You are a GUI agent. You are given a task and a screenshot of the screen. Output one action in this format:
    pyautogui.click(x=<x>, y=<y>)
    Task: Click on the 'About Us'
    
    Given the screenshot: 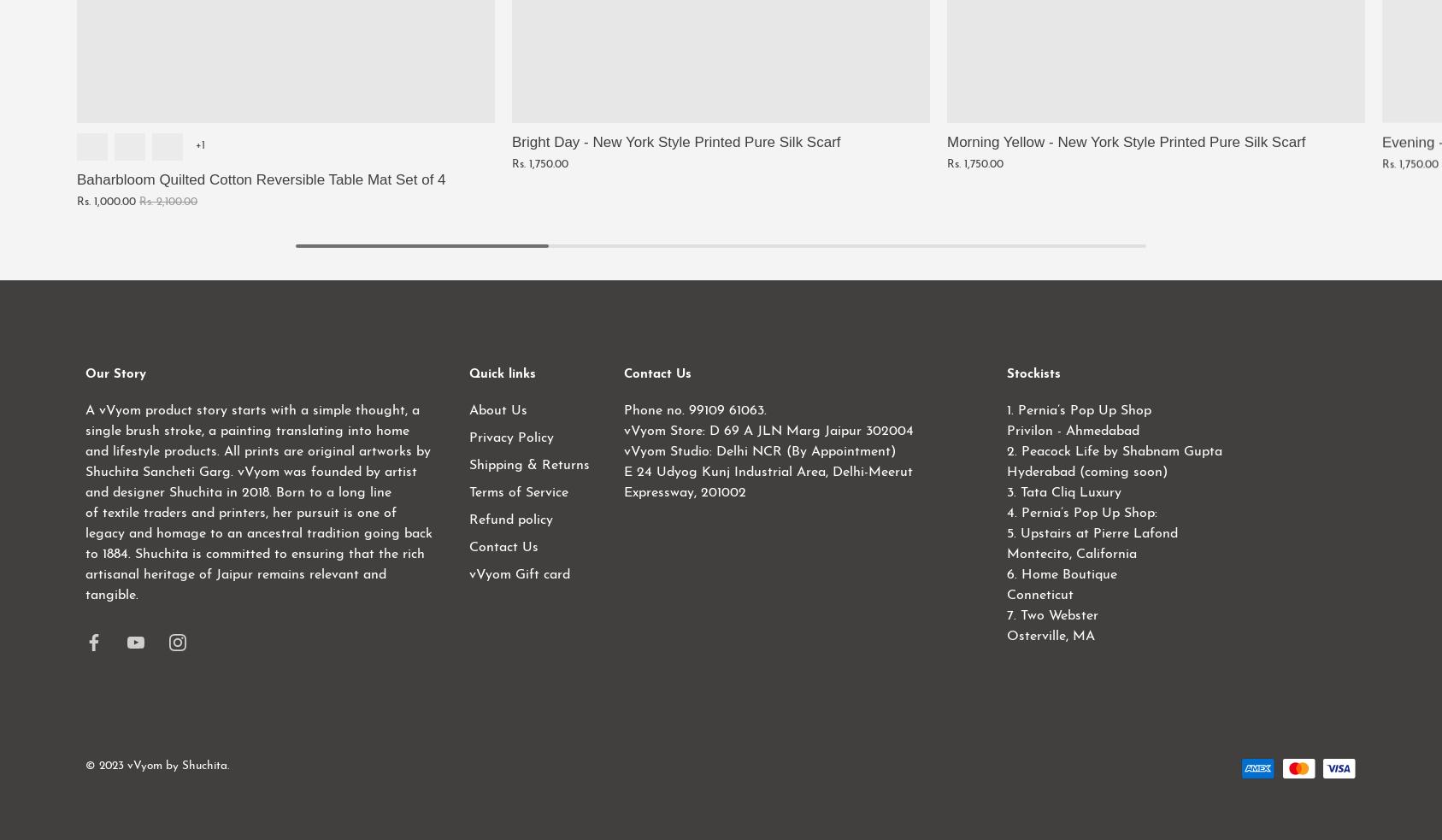 What is the action you would take?
    pyautogui.click(x=467, y=408)
    